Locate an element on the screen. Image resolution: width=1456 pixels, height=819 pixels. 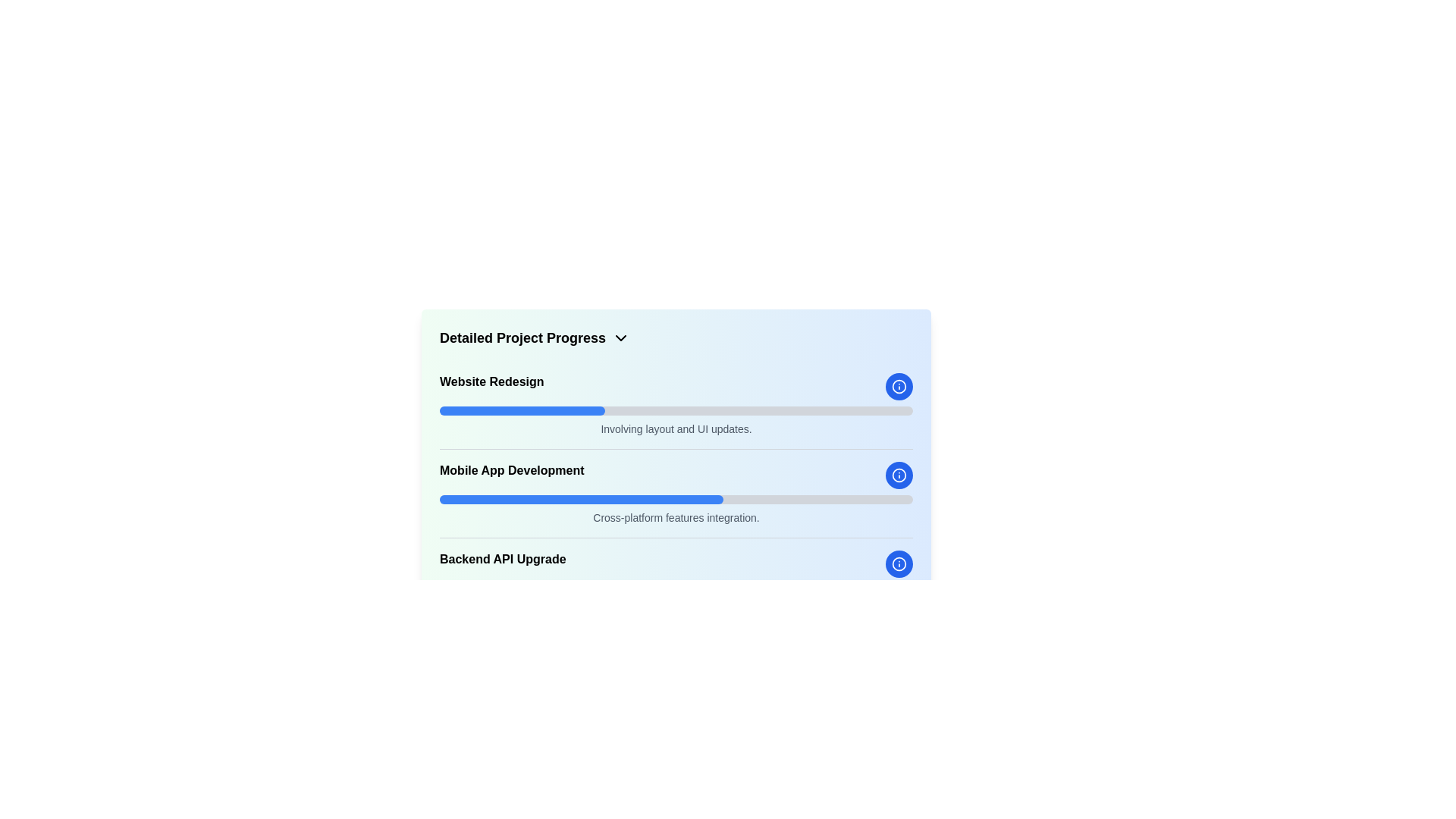
the 'Website Redesign' text label, which is styled in bold and medium font, located near the top of the project progress items list, above a progress bar is located at coordinates (491, 385).